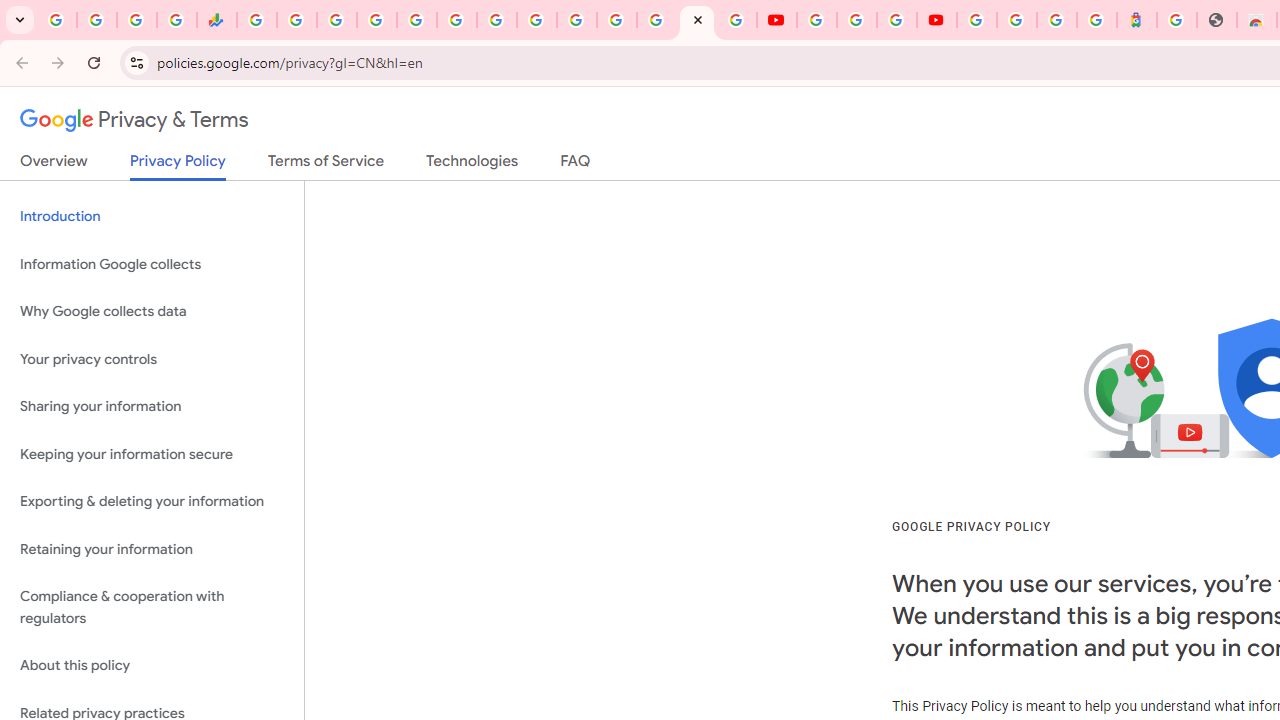 The height and width of the screenshot is (720, 1280). Describe the element at coordinates (697, 19) in the screenshot. I see `'Close'` at that location.